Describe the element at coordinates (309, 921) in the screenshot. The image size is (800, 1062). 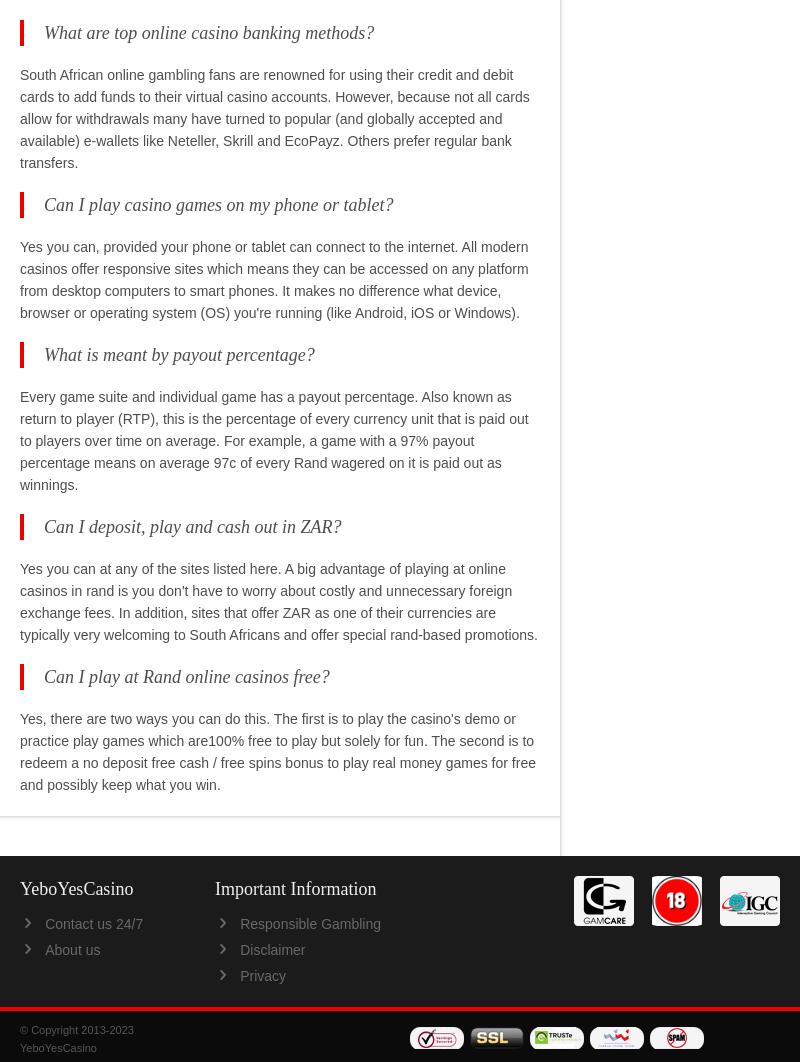
I see `'Responsible Gambling'` at that location.